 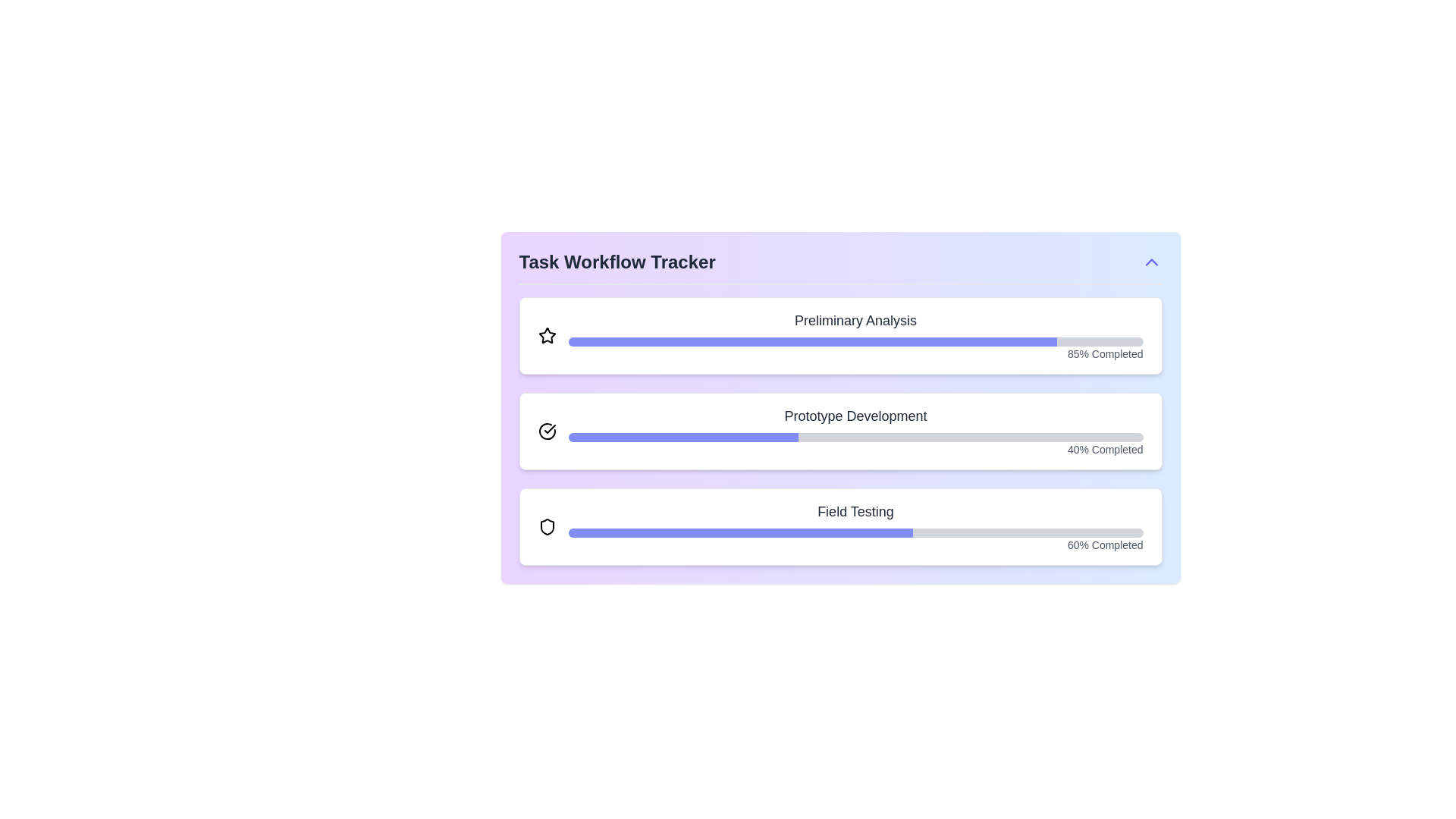 I want to click on the 'Preliminary Analysis' progress tracker component, so click(x=855, y=335).